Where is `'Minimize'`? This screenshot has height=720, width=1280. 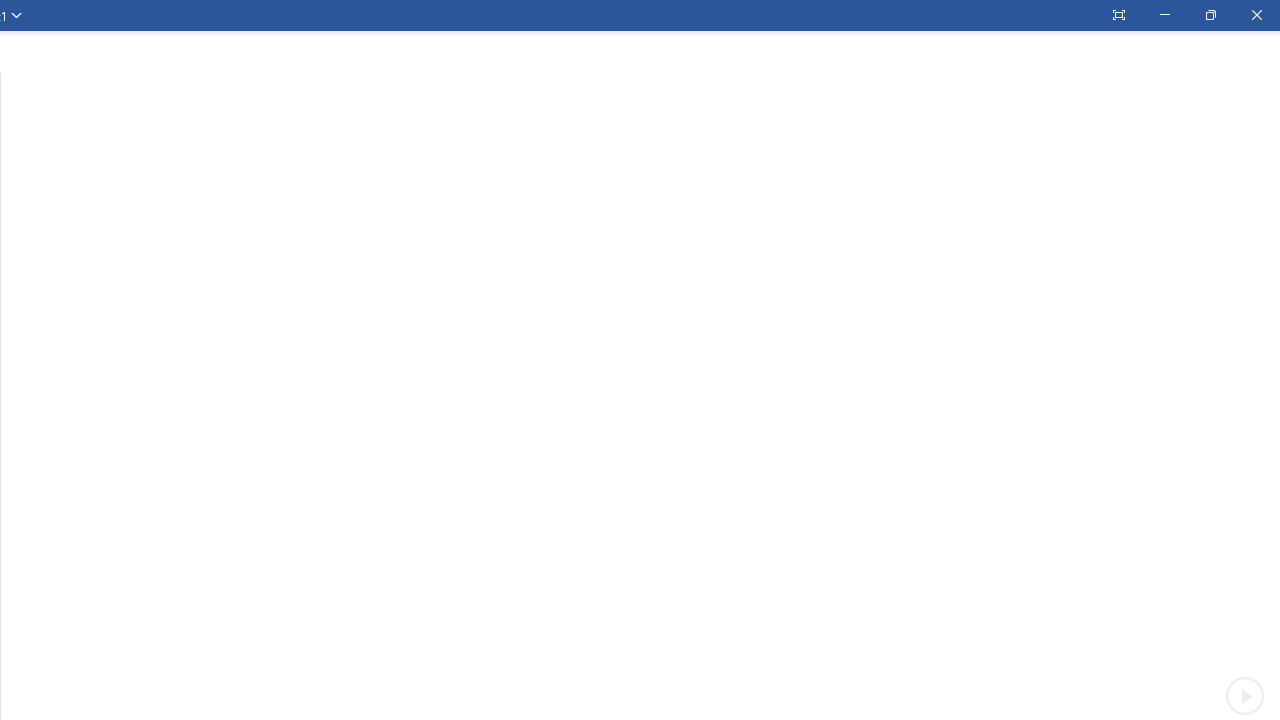 'Minimize' is located at coordinates (1164, 15).